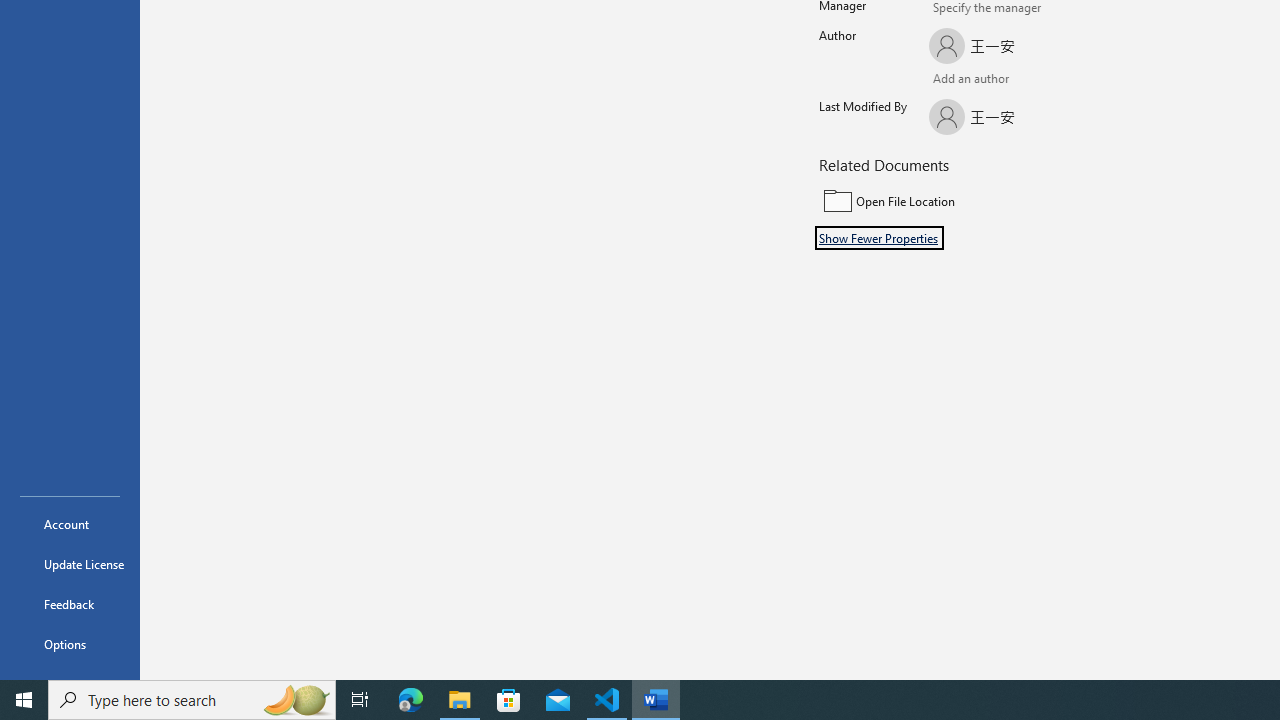 This screenshot has width=1280, height=720. I want to click on 'Open File Location', so click(952, 201).